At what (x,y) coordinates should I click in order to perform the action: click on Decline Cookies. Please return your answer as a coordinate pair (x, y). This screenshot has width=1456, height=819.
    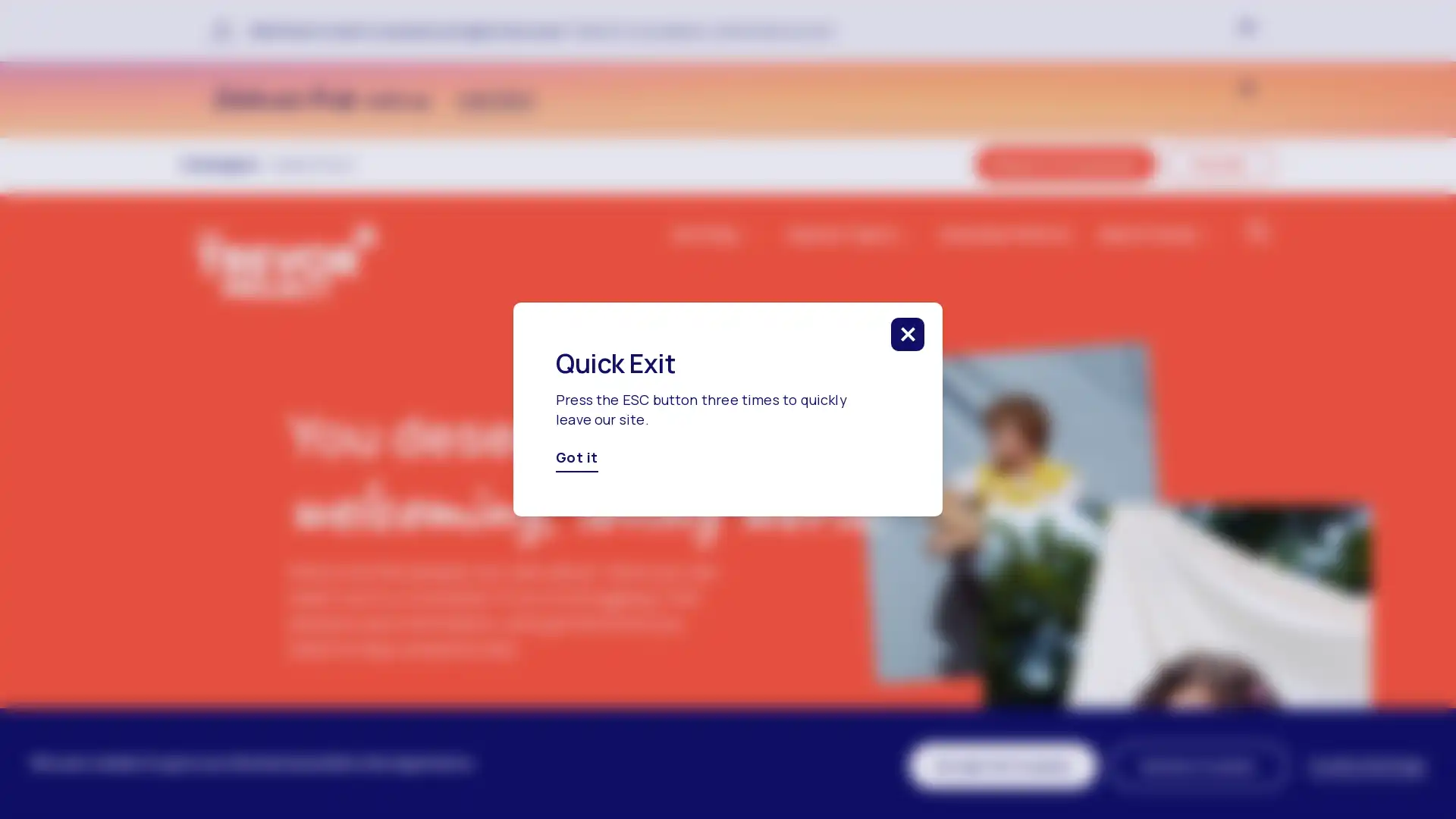
    Looking at the image, I should click on (1197, 766).